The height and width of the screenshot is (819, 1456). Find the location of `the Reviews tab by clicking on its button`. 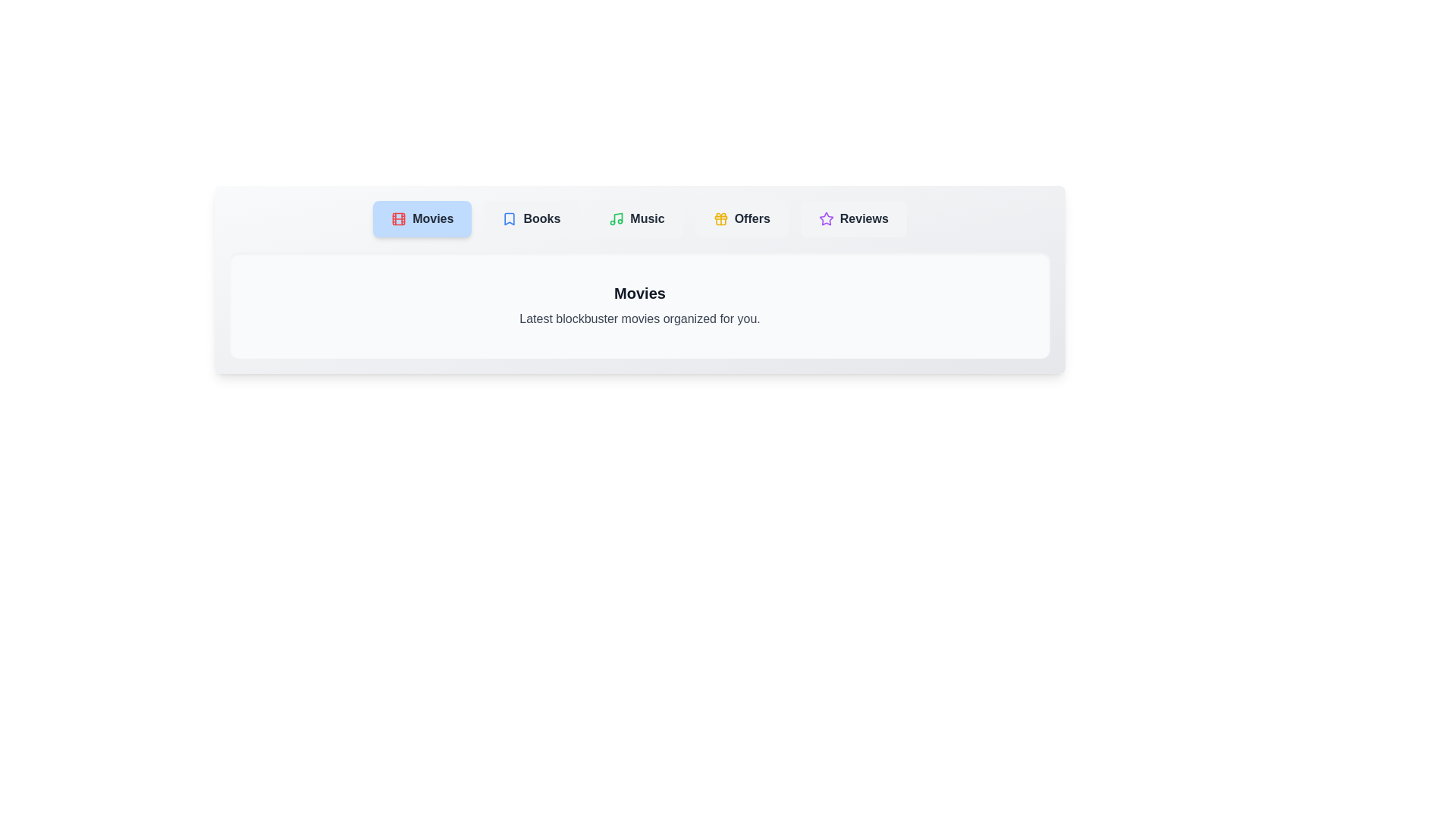

the Reviews tab by clicking on its button is located at coordinates (853, 219).